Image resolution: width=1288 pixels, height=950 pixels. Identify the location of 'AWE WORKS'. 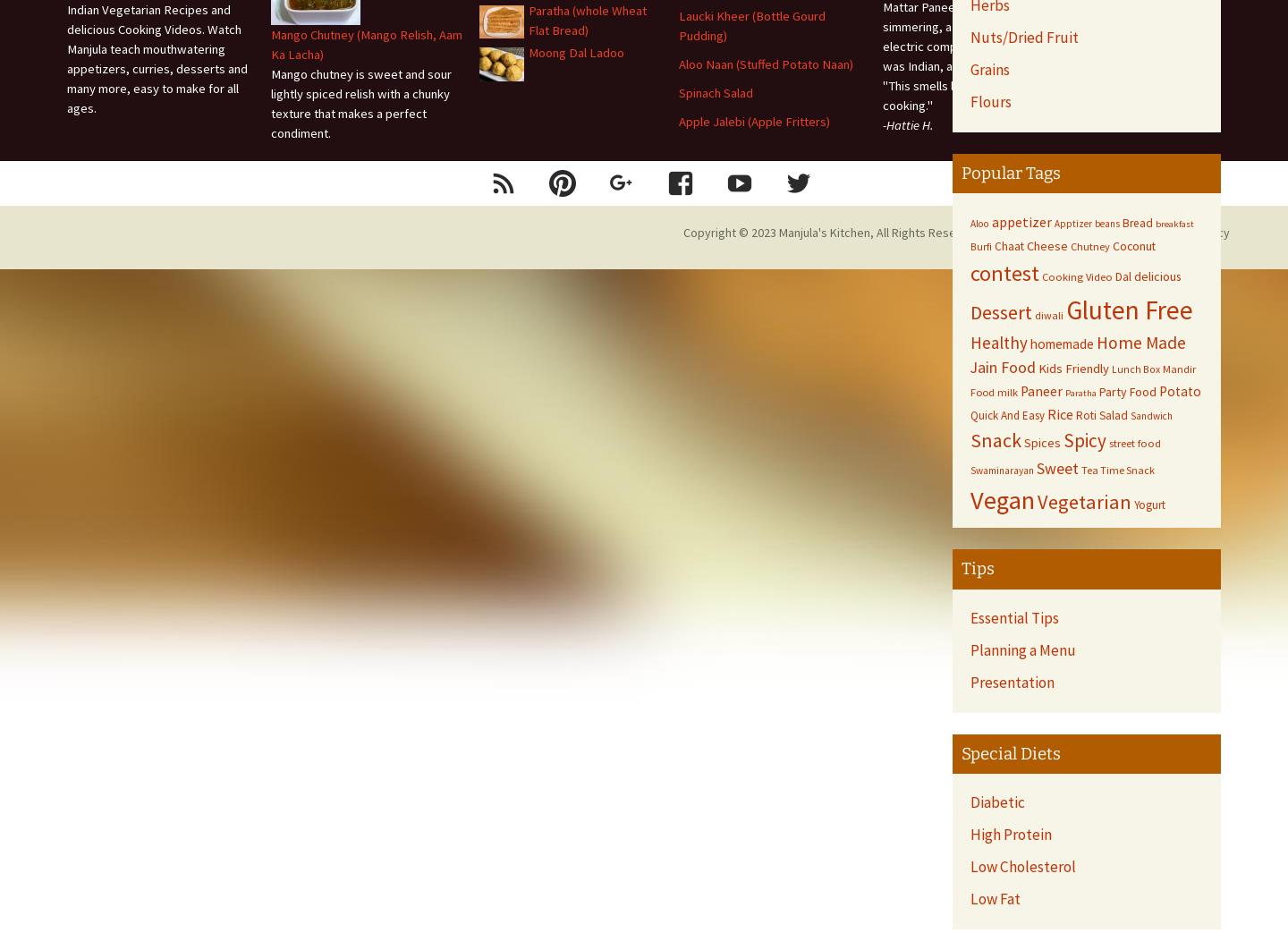
(1113, 232).